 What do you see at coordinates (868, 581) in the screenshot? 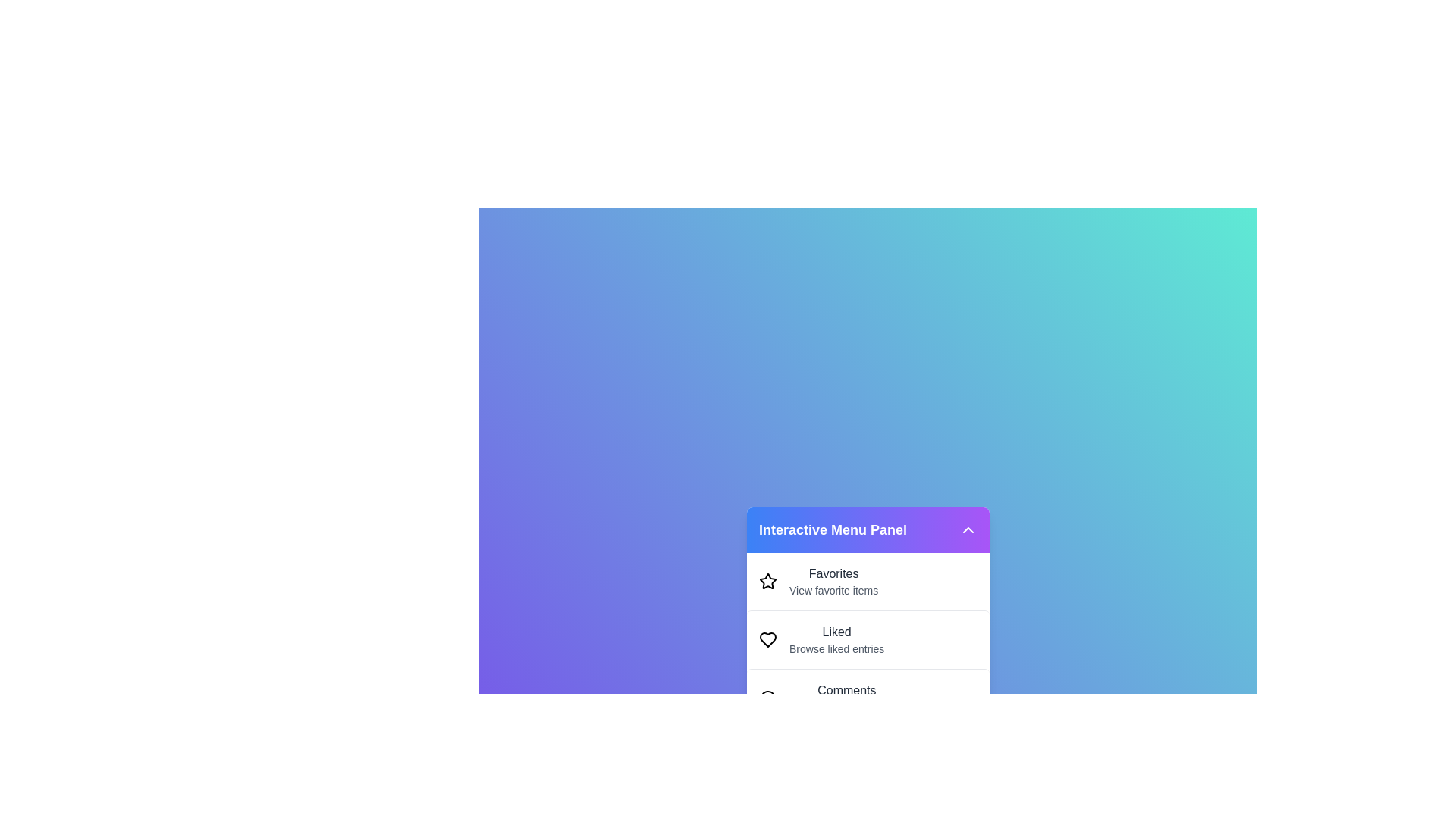
I see `the menu item Favorites to preview its highlight effect` at bounding box center [868, 581].